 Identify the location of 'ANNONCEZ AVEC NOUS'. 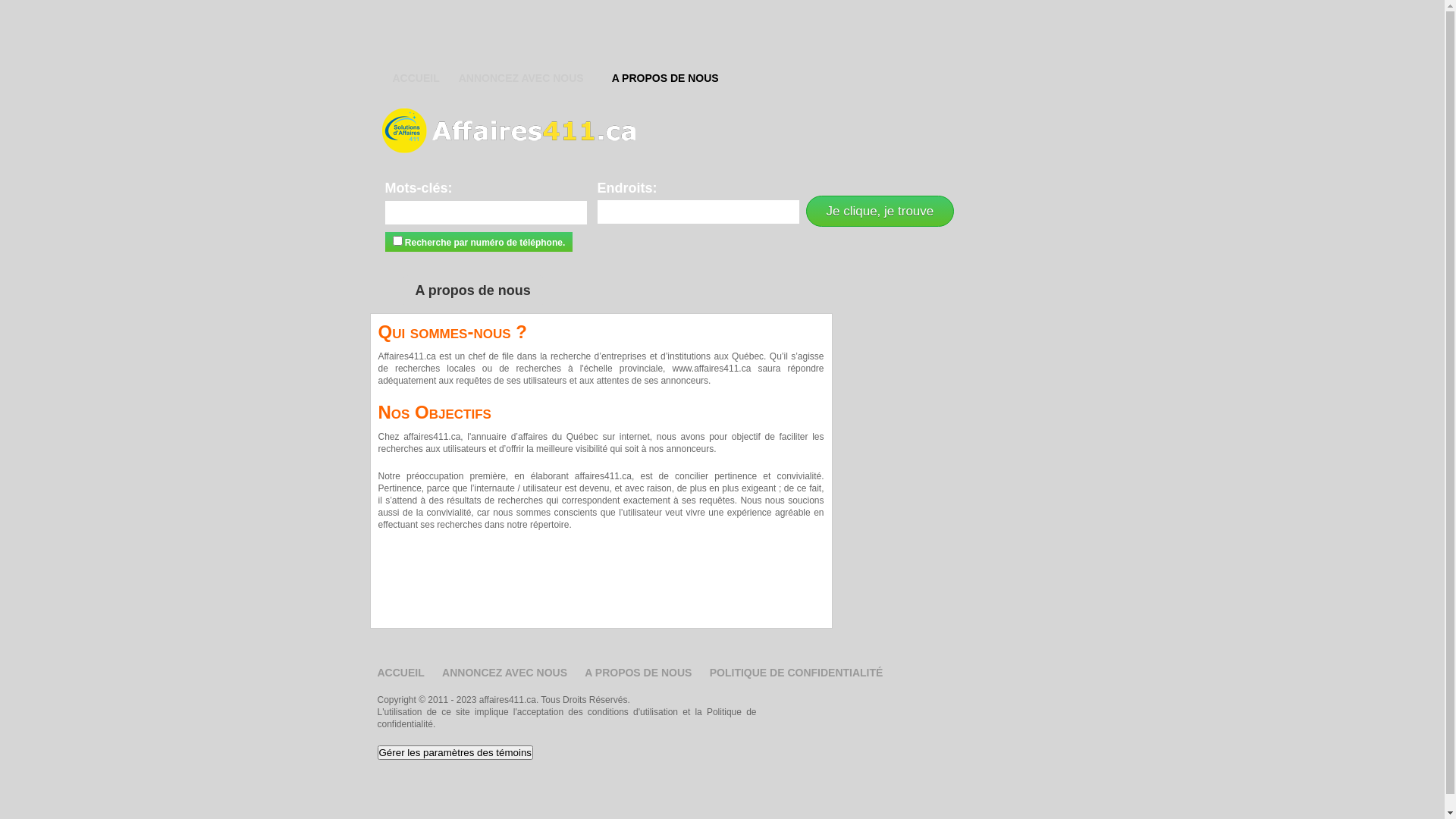
(457, 79).